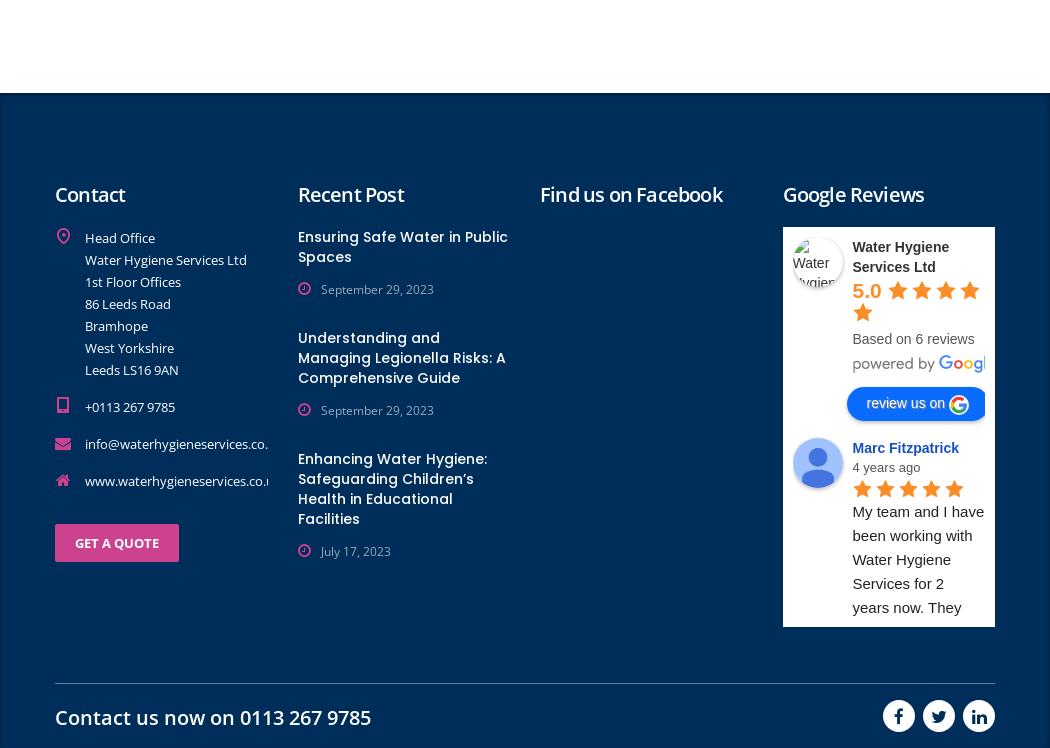  What do you see at coordinates (853, 193) in the screenshot?
I see `'Google Reviews'` at bounding box center [853, 193].